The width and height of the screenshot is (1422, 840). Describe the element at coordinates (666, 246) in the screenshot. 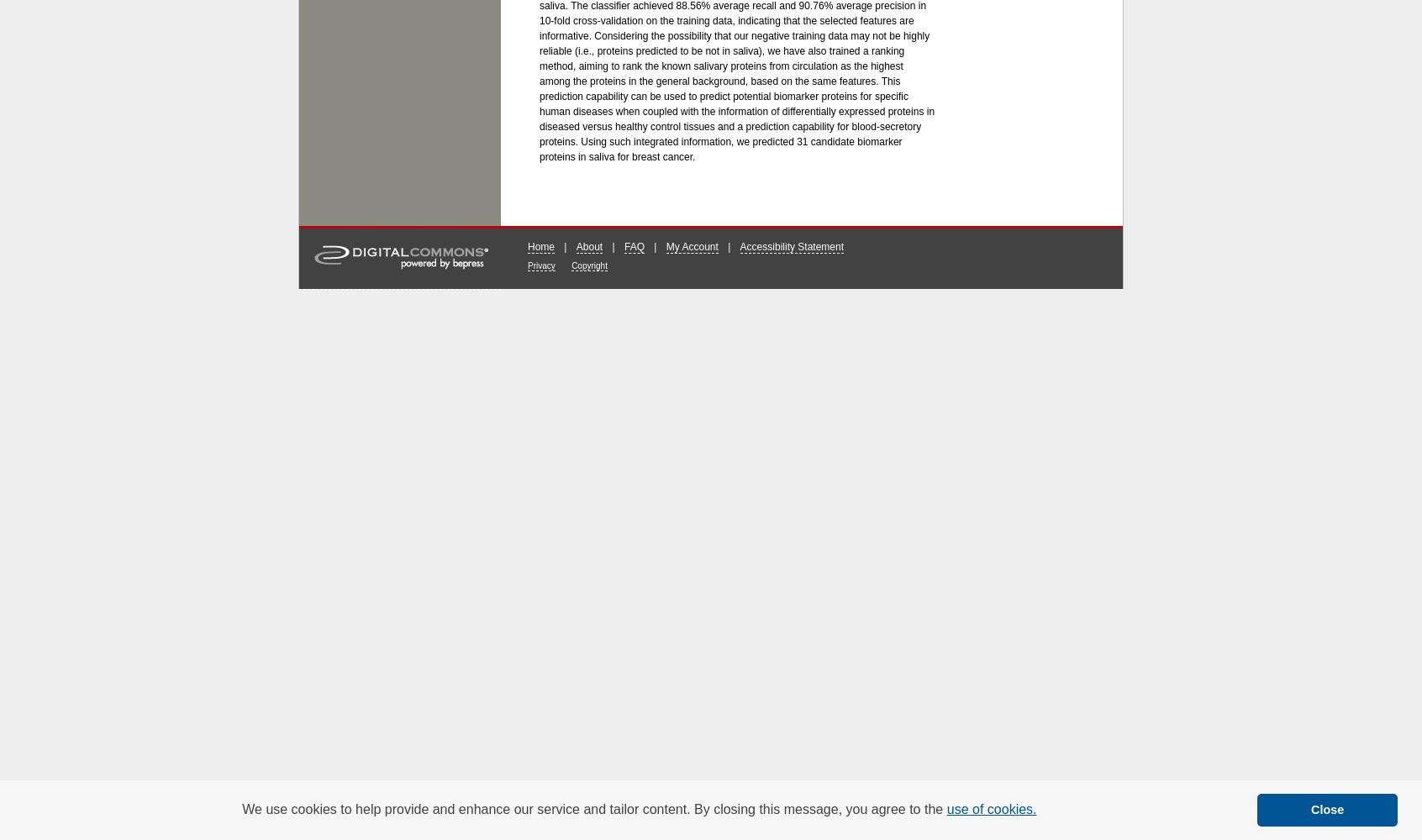

I see `'My Account'` at that location.